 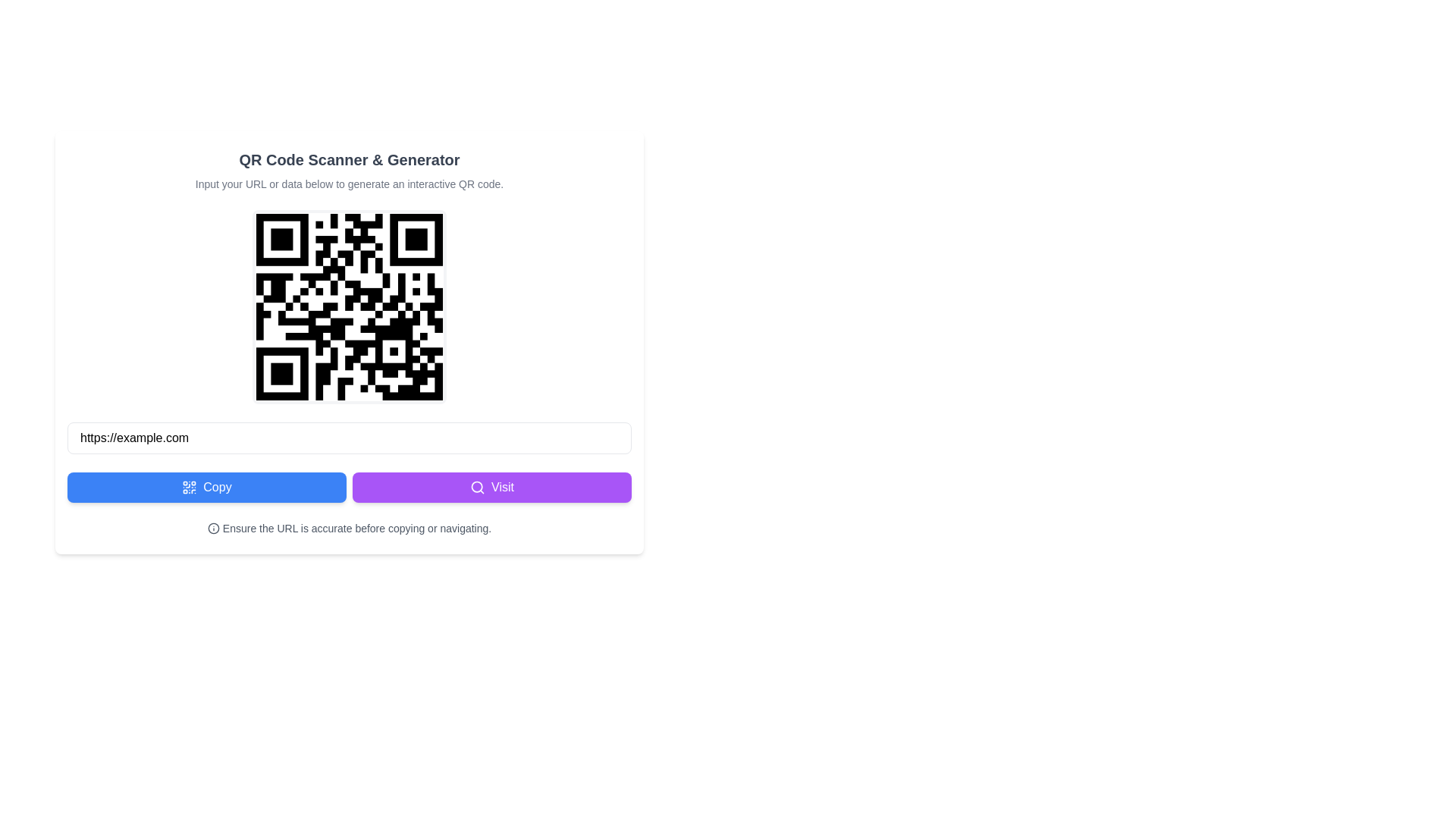 What do you see at coordinates (348, 160) in the screenshot?
I see `the bold and large text element displaying 'QR Code Scanner & Generator', which is prominently located near the top center of the interface` at bounding box center [348, 160].